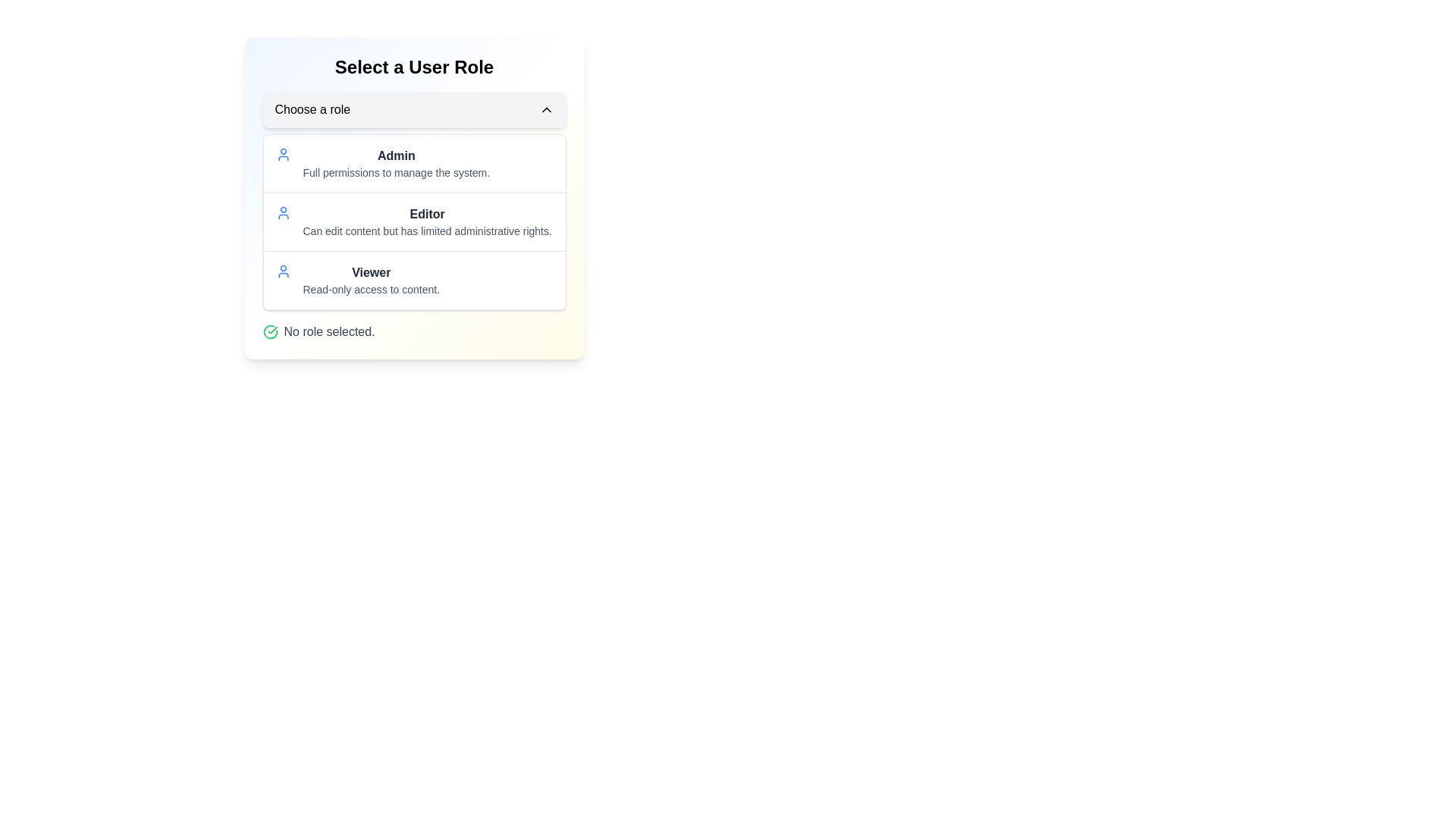 The height and width of the screenshot is (819, 1456). What do you see at coordinates (546, 109) in the screenshot?
I see `the upward-pointing chevron icon located at the far right of the 'Choose a role' dropdown menu` at bounding box center [546, 109].